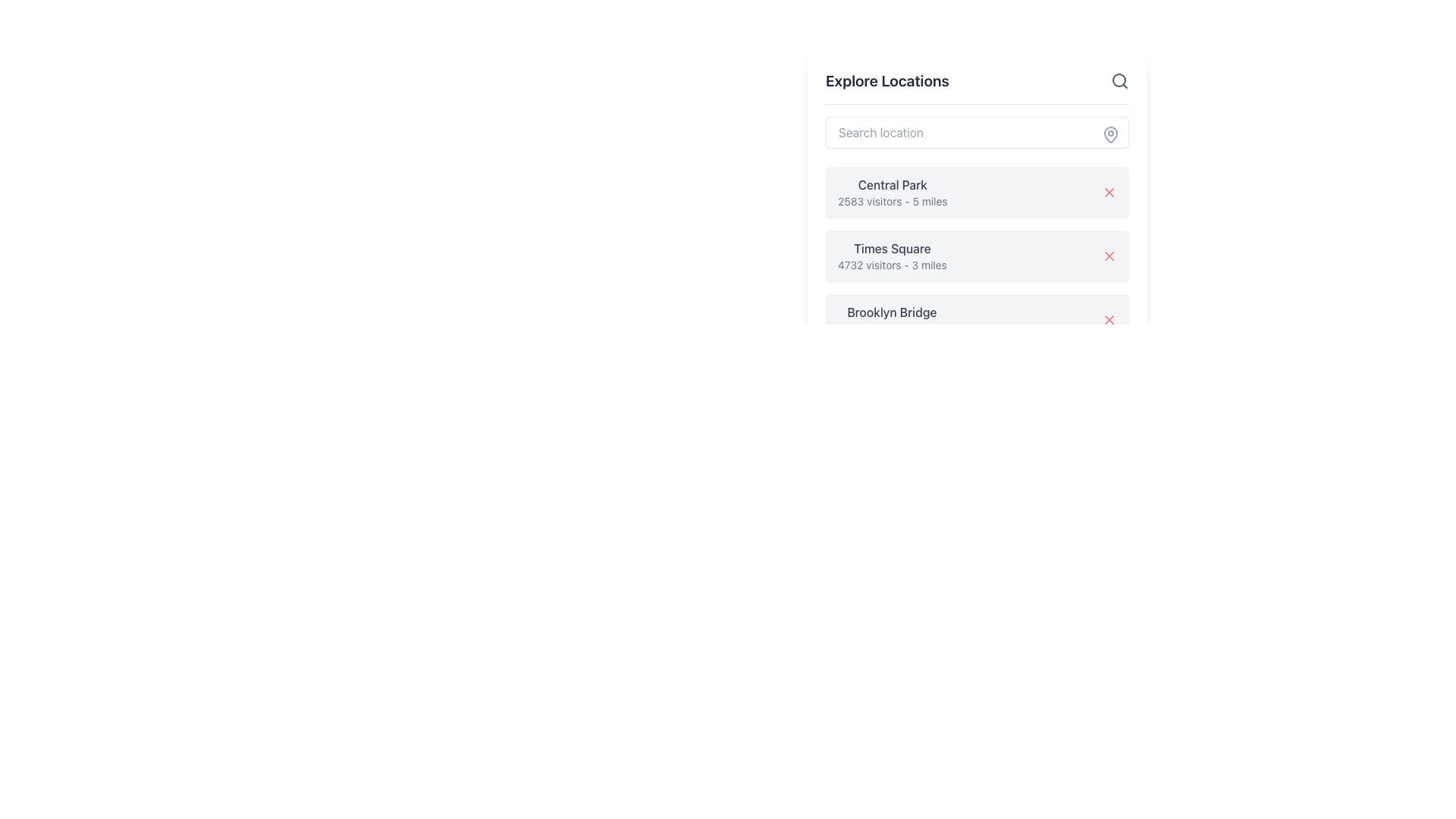 This screenshot has height=819, width=1456. Describe the element at coordinates (892, 247) in the screenshot. I see `the text string 'Times Square' which is styled with a medium-weight font and gray color, located in the second entry of the list under 'Explore Locations'` at that location.